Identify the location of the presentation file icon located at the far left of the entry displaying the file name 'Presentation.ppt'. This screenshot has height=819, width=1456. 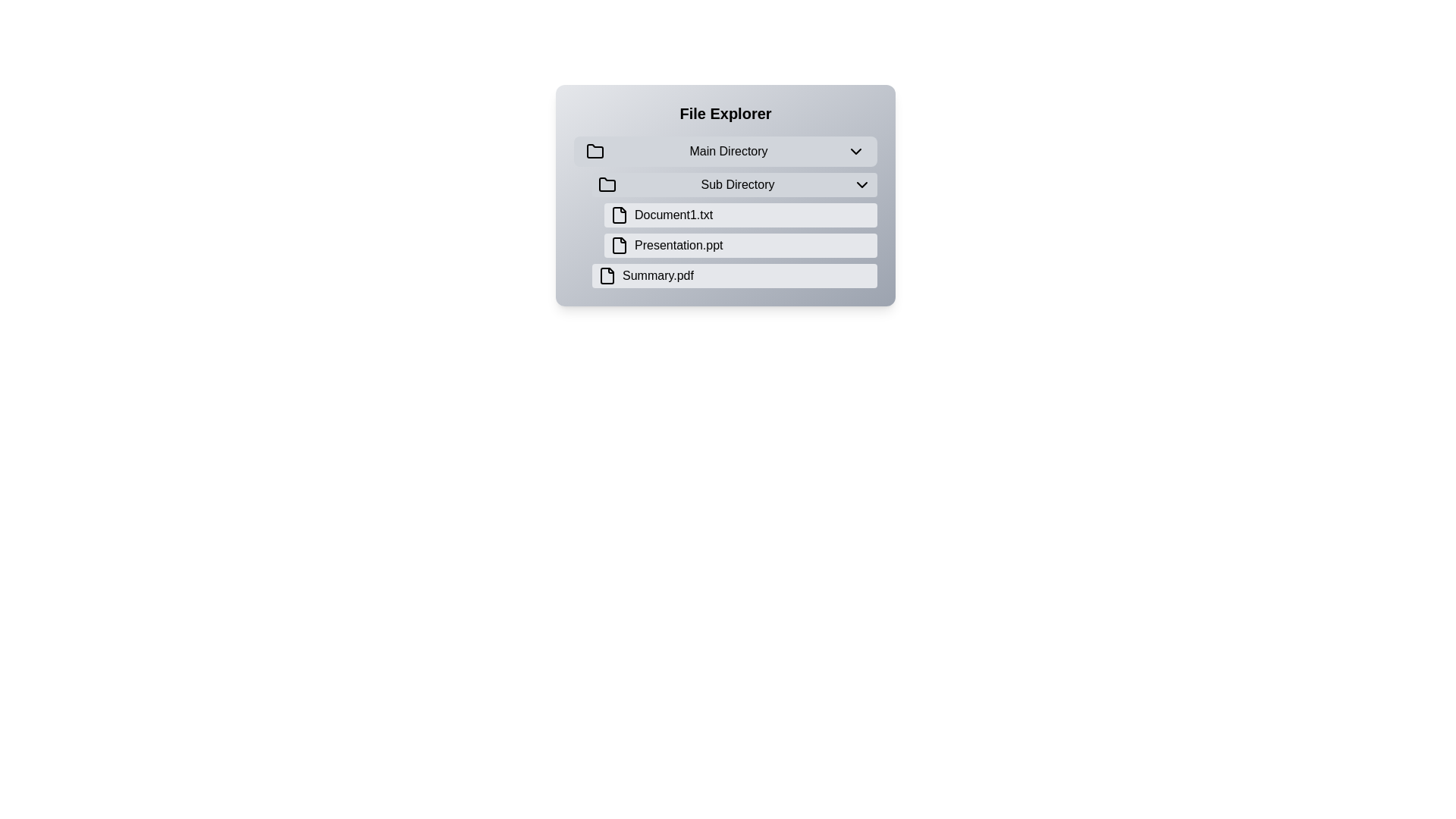
(619, 245).